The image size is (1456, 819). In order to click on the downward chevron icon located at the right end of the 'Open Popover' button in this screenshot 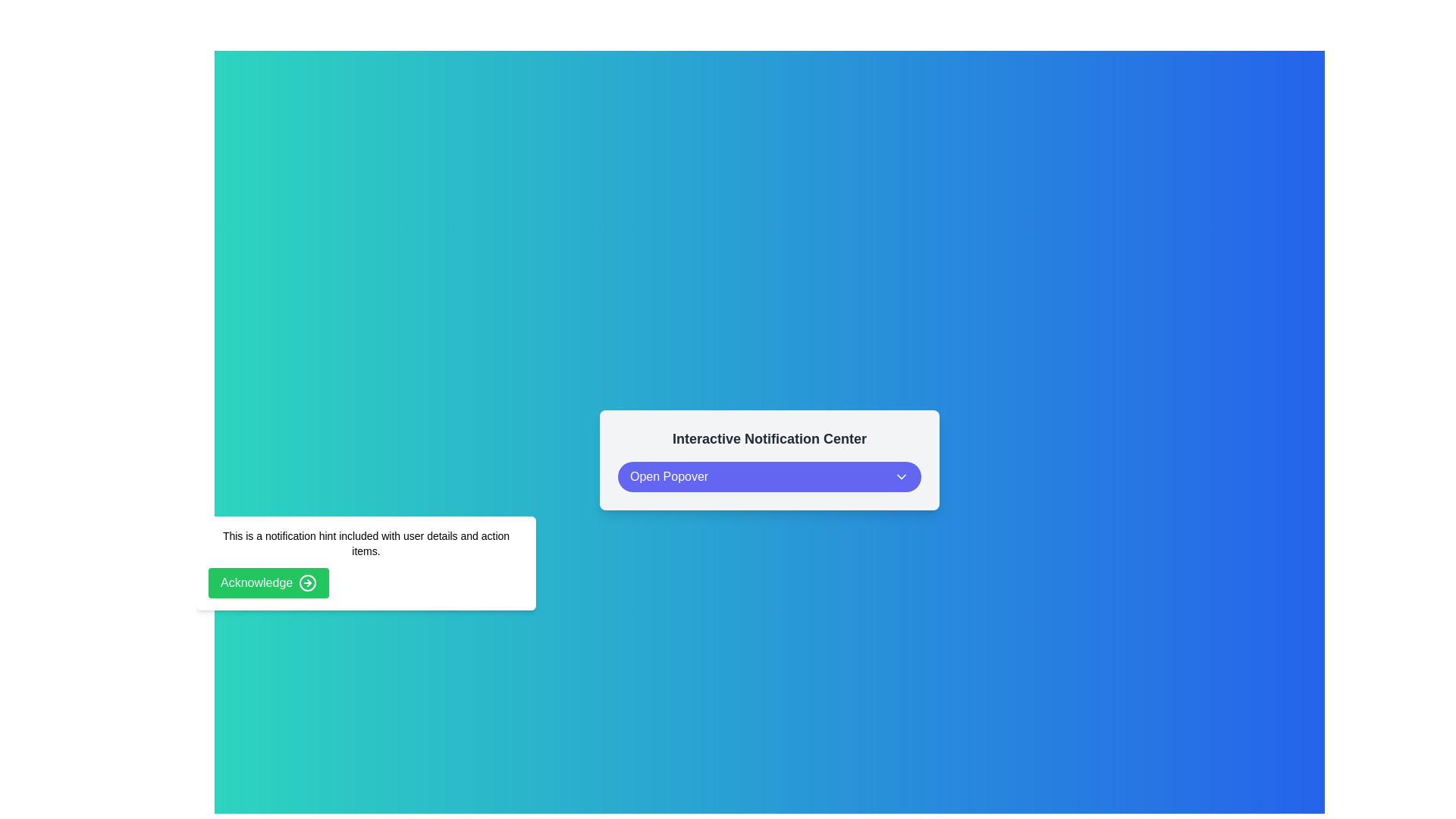, I will do `click(902, 475)`.